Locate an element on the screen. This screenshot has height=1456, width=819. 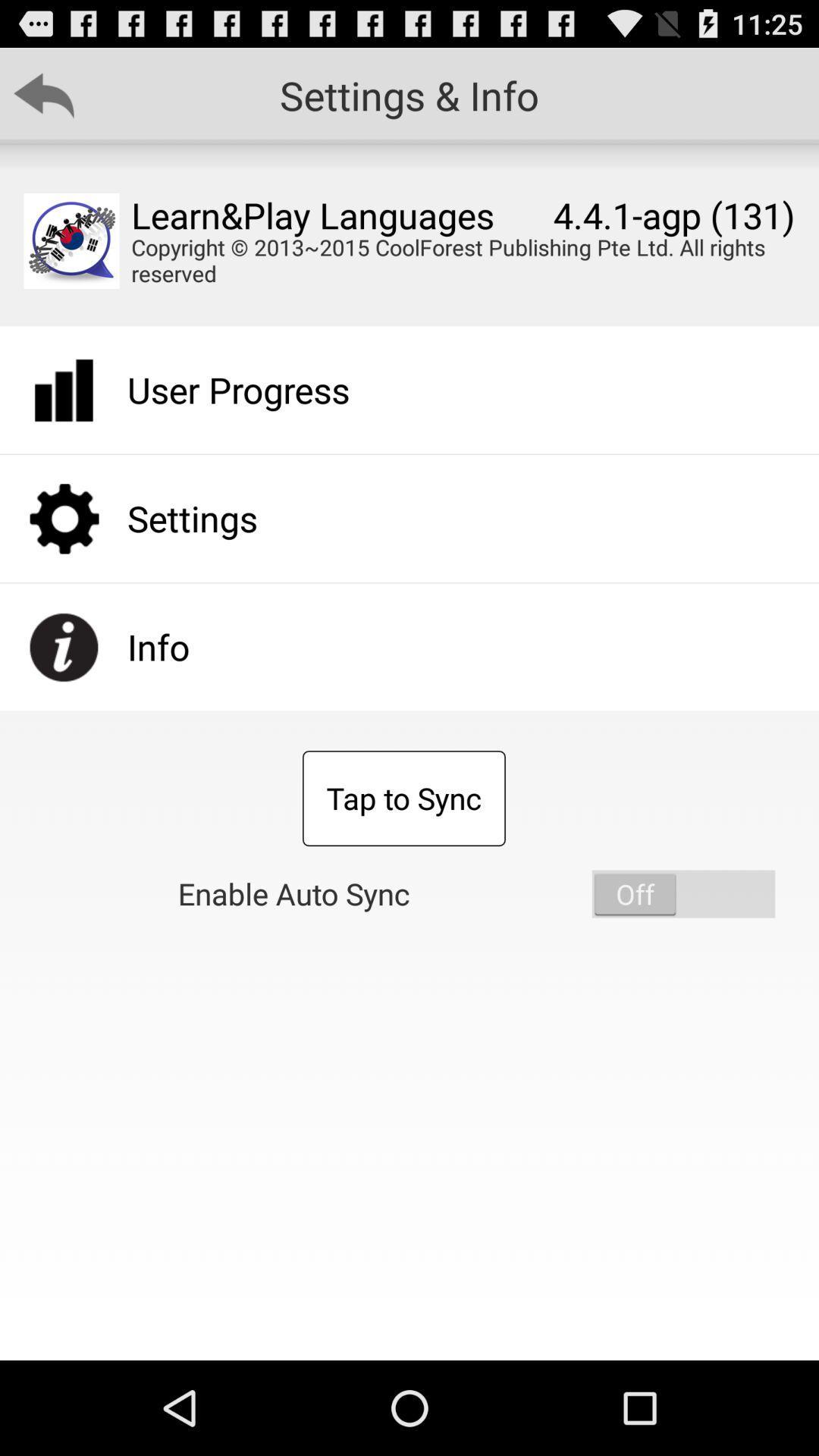
the item next to learn&play languages is located at coordinates (71, 240).